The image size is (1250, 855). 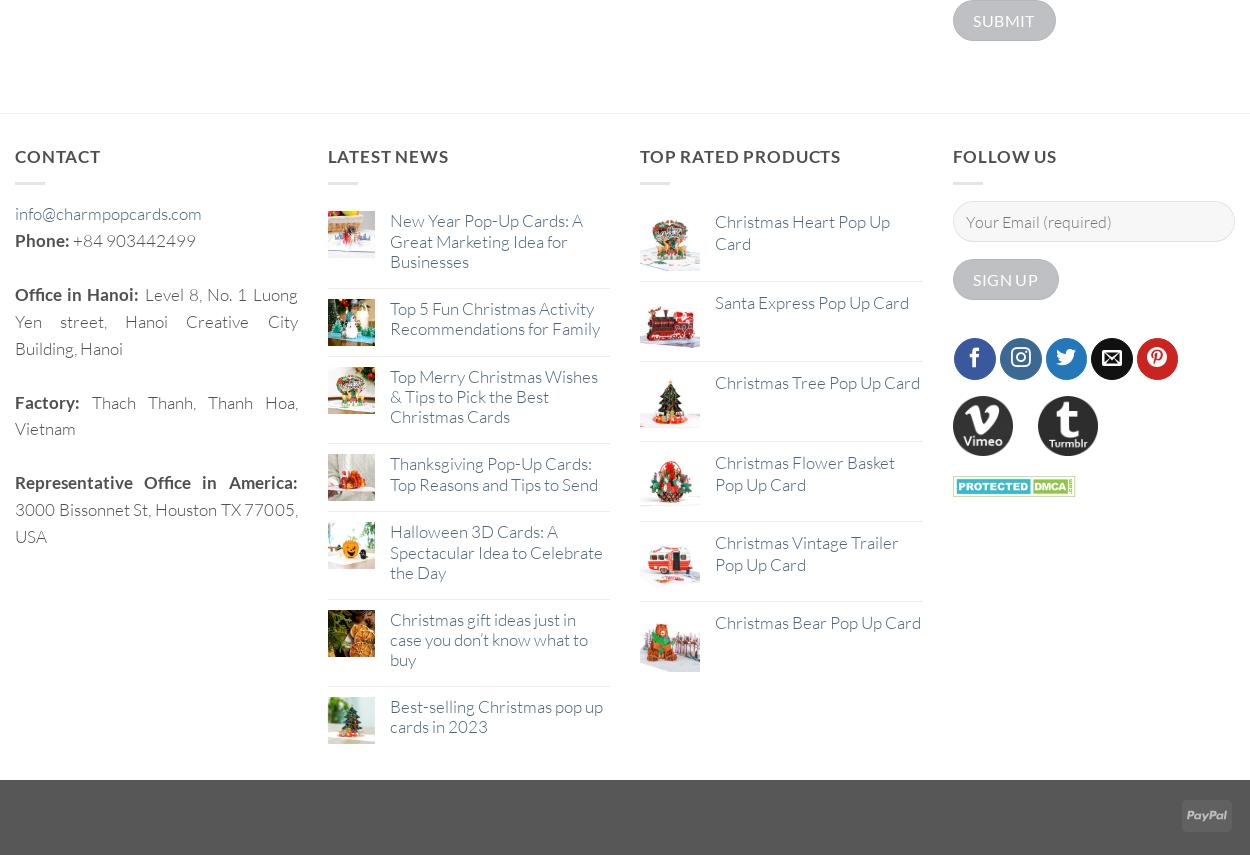 What do you see at coordinates (78, 294) in the screenshot?
I see `'Office in Hanoi:'` at bounding box center [78, 294].